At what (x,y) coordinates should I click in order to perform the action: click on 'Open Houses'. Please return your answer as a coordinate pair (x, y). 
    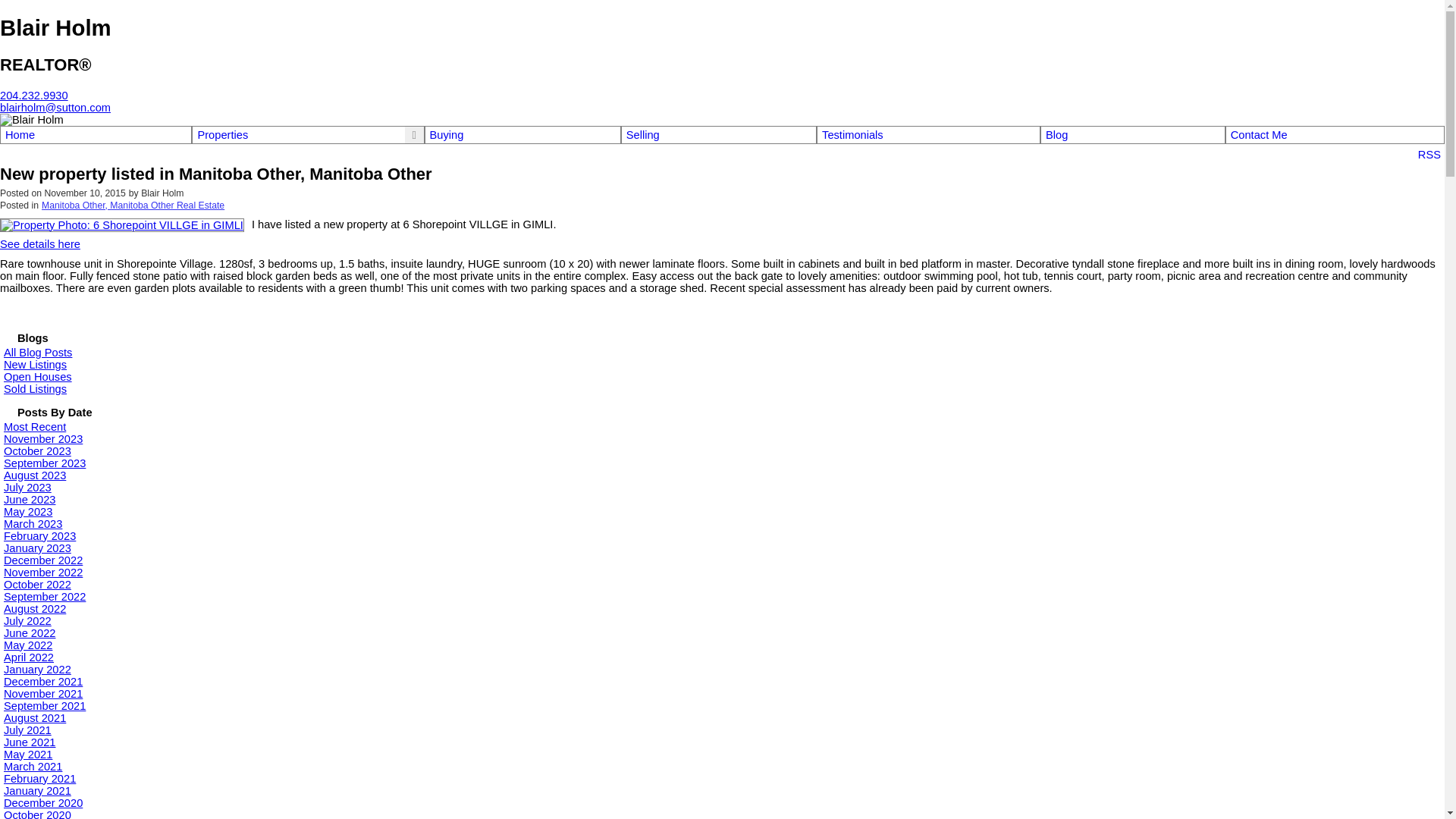
    Looking at the image, I should click on (37, 376).